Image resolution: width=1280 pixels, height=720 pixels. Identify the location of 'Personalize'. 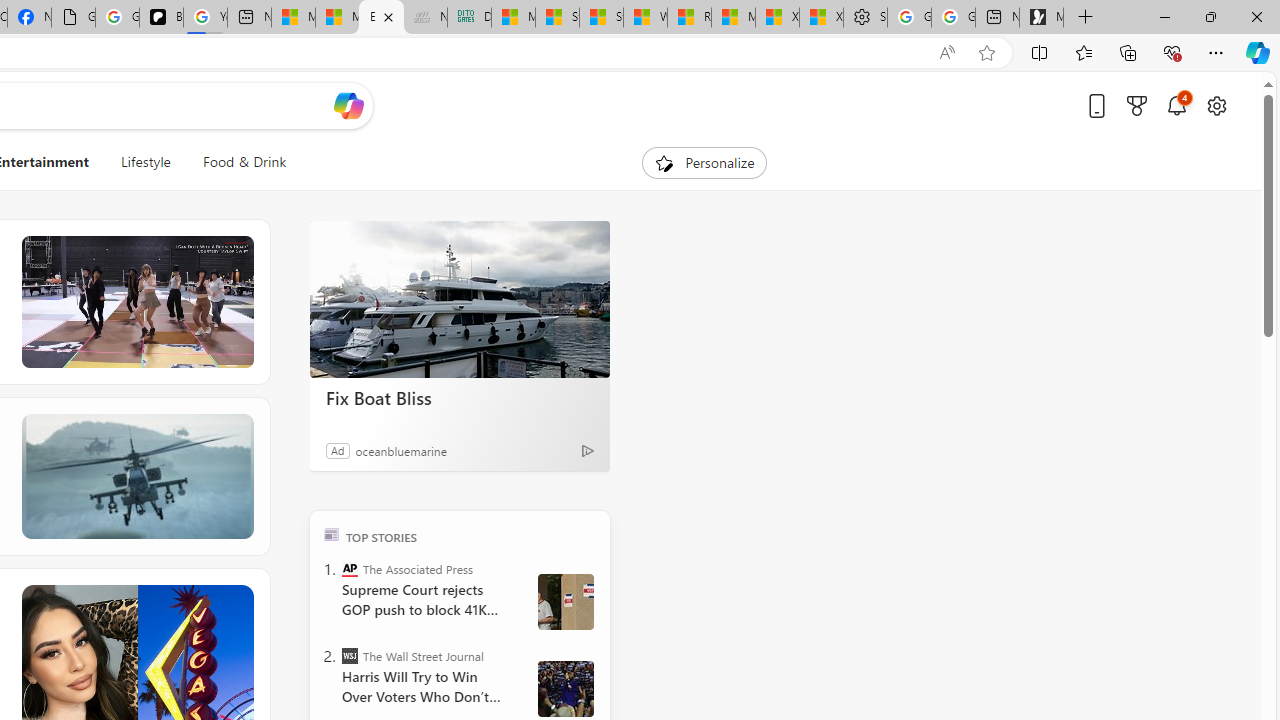
(704, 162).